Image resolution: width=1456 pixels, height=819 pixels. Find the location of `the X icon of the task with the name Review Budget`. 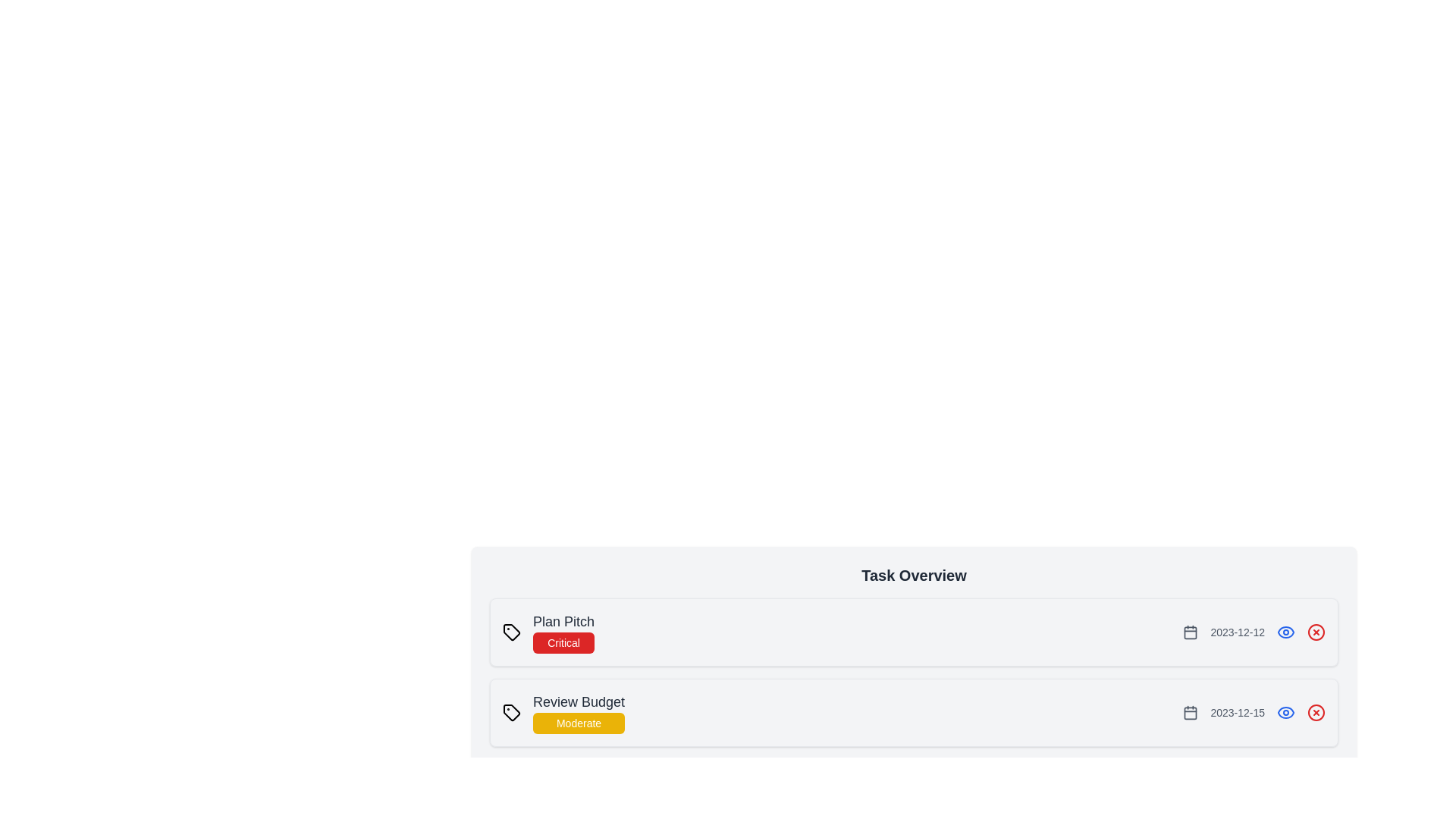

the X icon of the task with the name Review Budget is located at coordinates (1316, 713).